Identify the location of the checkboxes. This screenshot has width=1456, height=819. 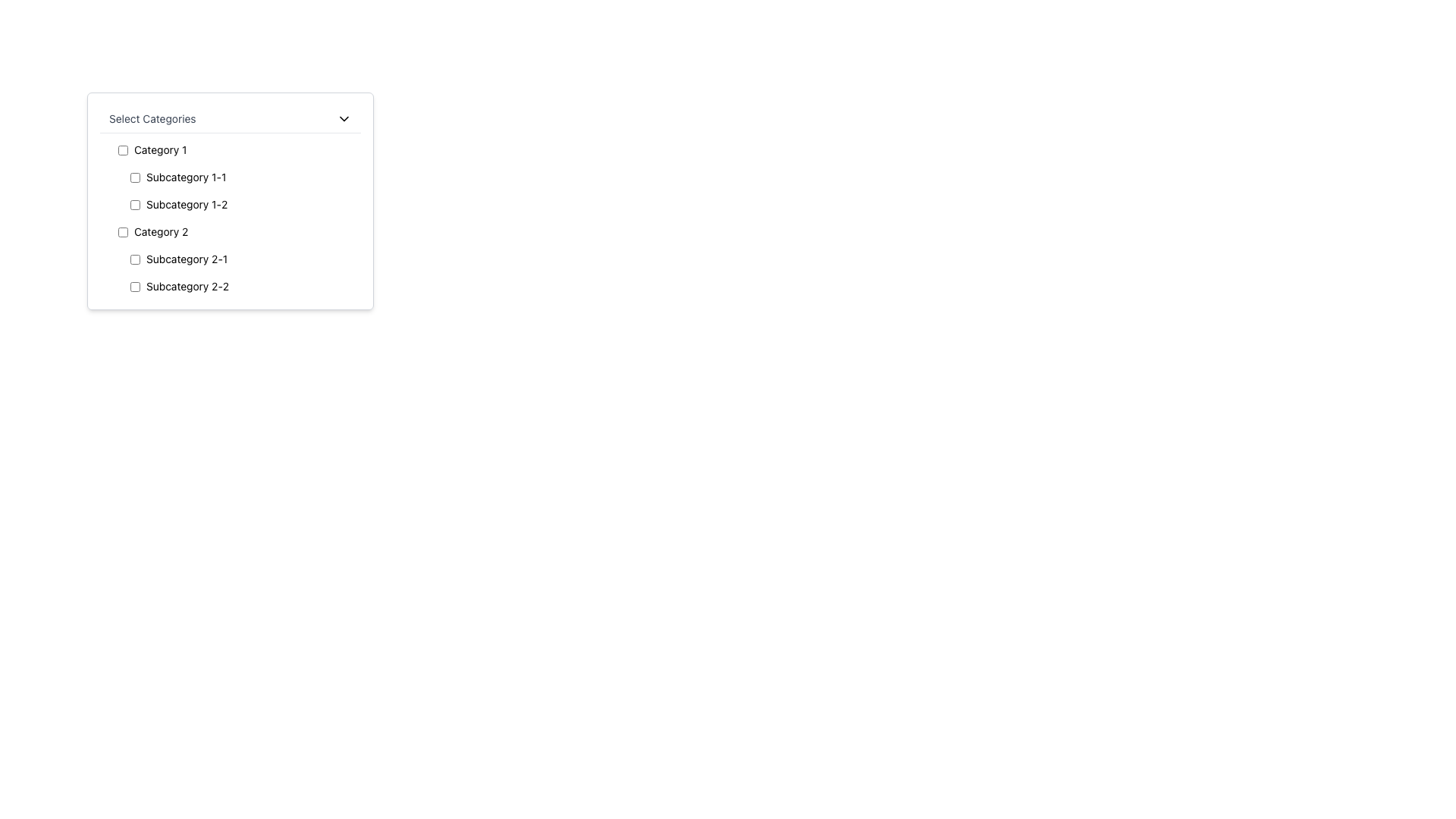
(236, 271).